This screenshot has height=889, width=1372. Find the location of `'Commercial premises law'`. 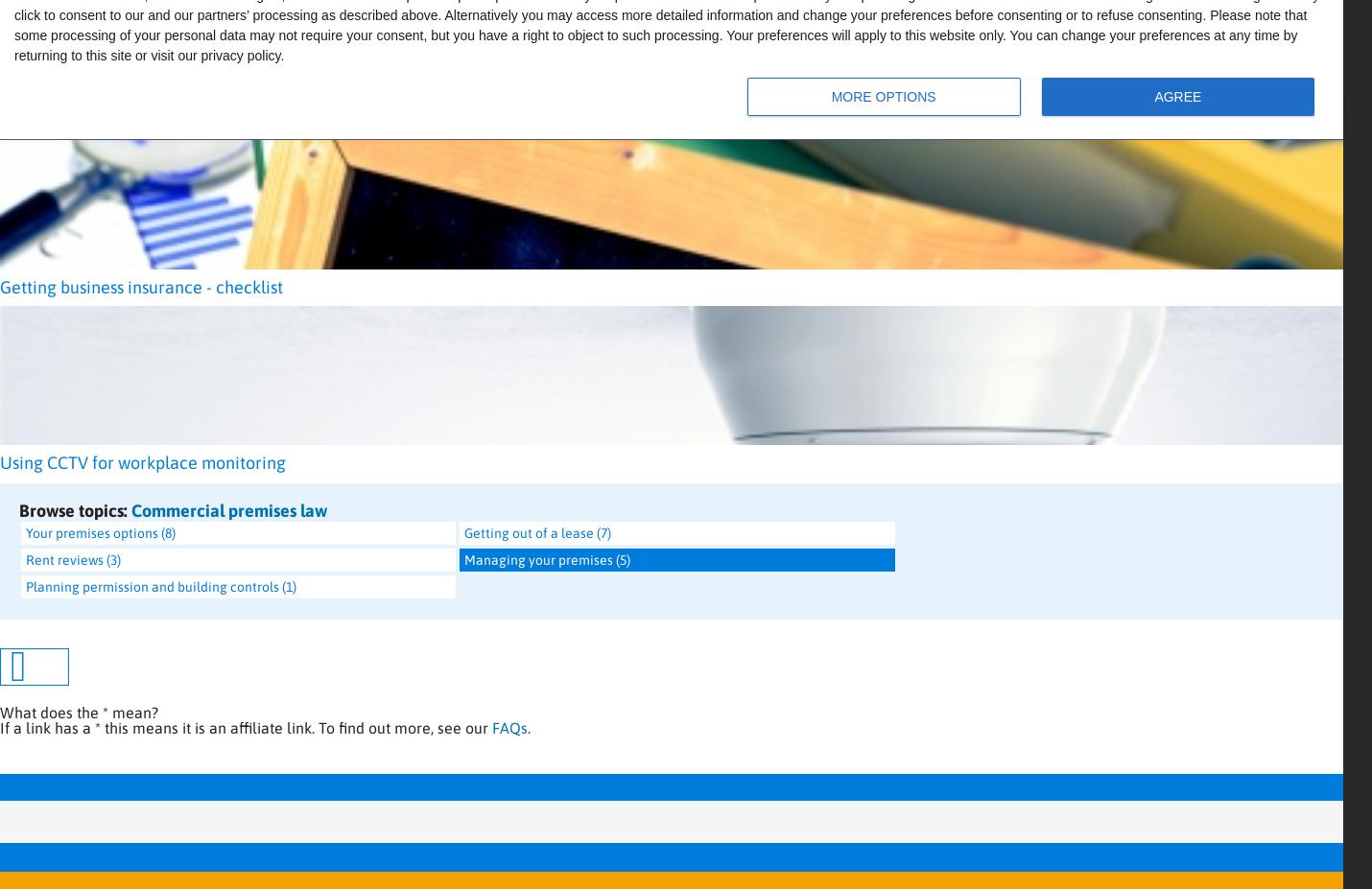

'Commercial premises law' is located at coordinates (227, 510).